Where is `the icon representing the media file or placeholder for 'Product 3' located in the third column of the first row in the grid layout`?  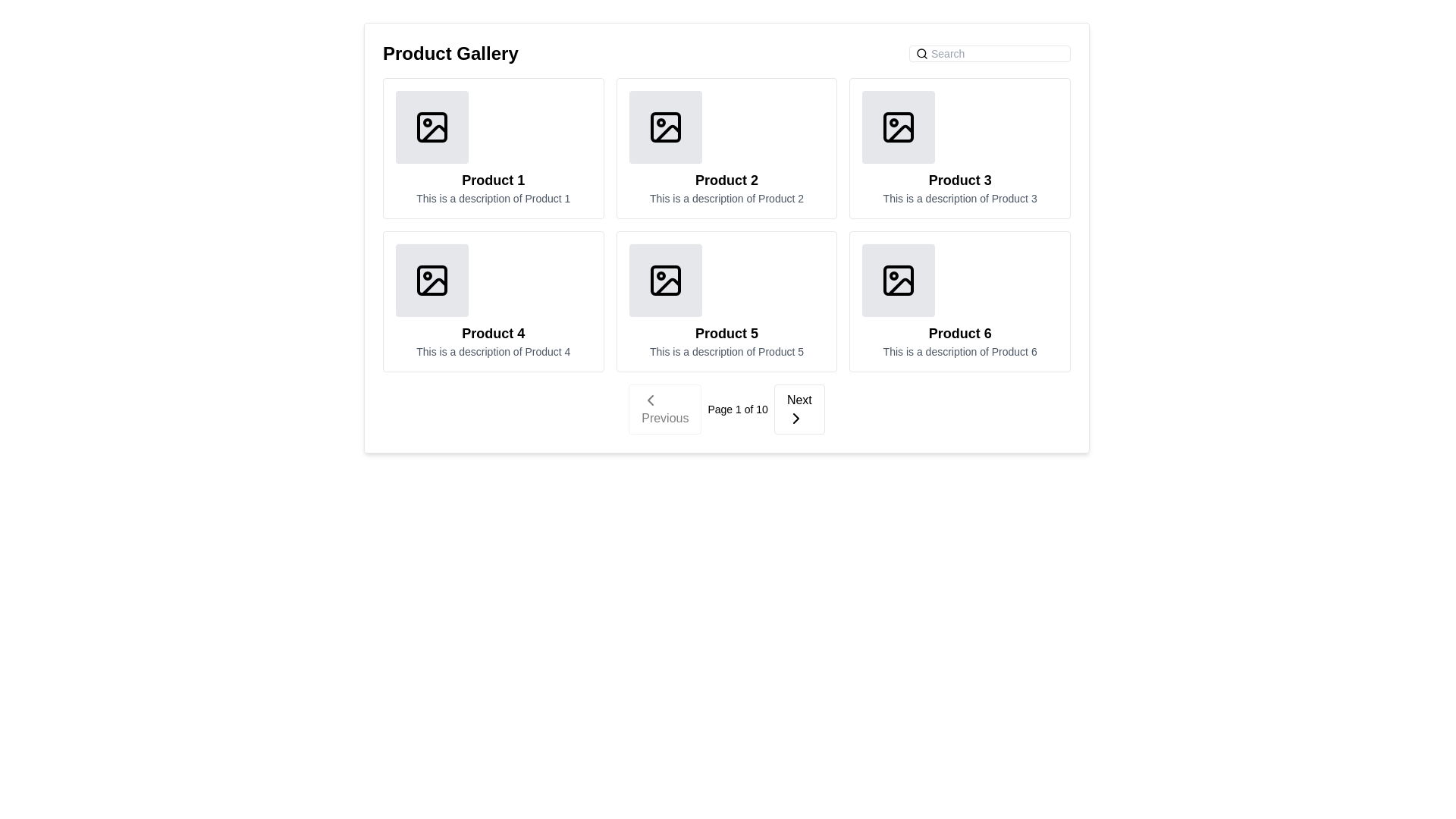 the icon representing the media file or placeholder for 'Product 3' located in the third column of the first row in the grid layout is located at coordinates (899, 127).